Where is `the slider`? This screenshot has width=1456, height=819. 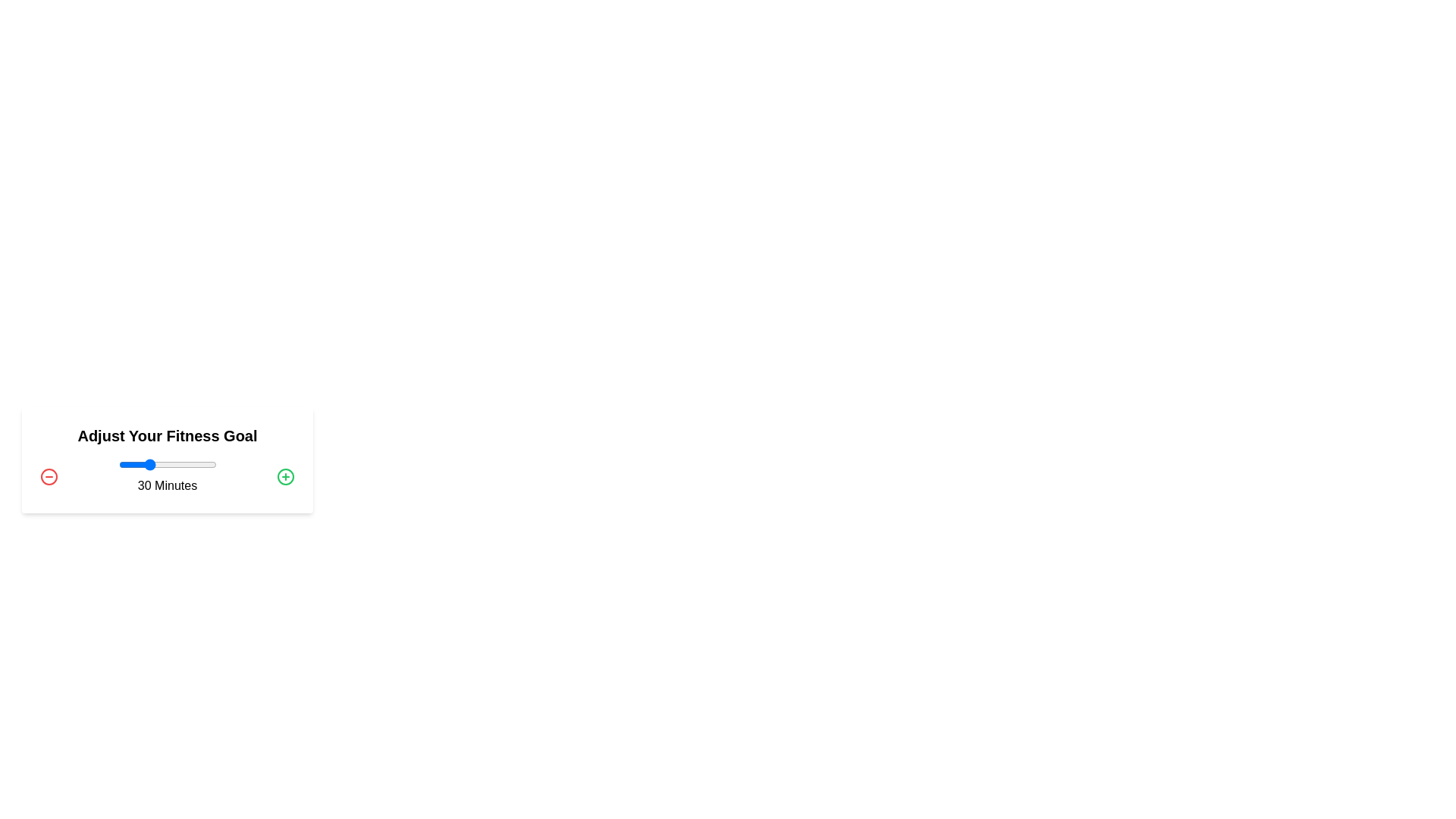 the slider is located at coordinates (192, 464).